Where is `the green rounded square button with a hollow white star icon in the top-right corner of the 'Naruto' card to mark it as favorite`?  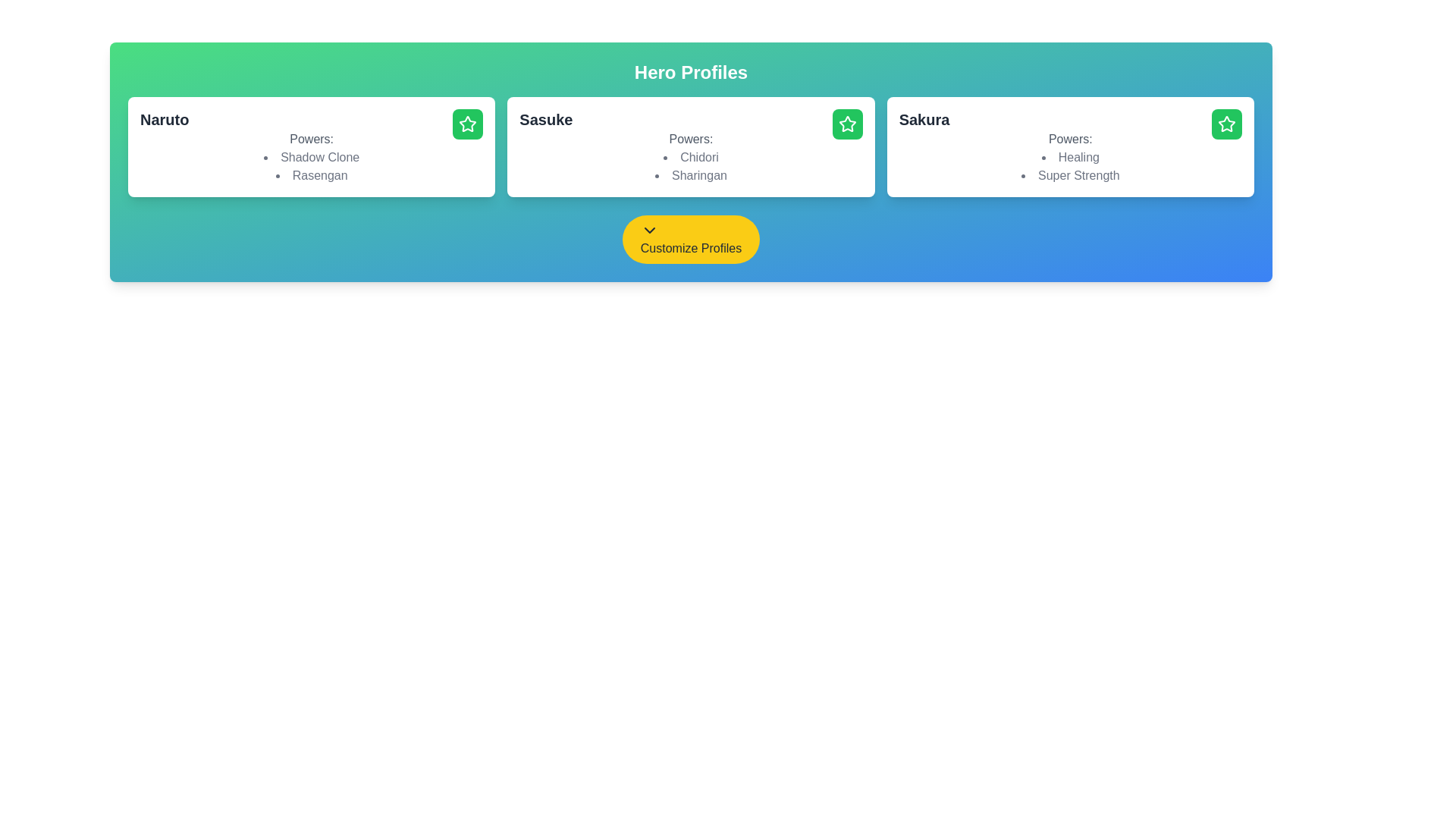 the green rounded square button with a hollow white star icon in the top-right corner of the 'Naruto' card to mark it as favorite is located at coordinates (467, 124).